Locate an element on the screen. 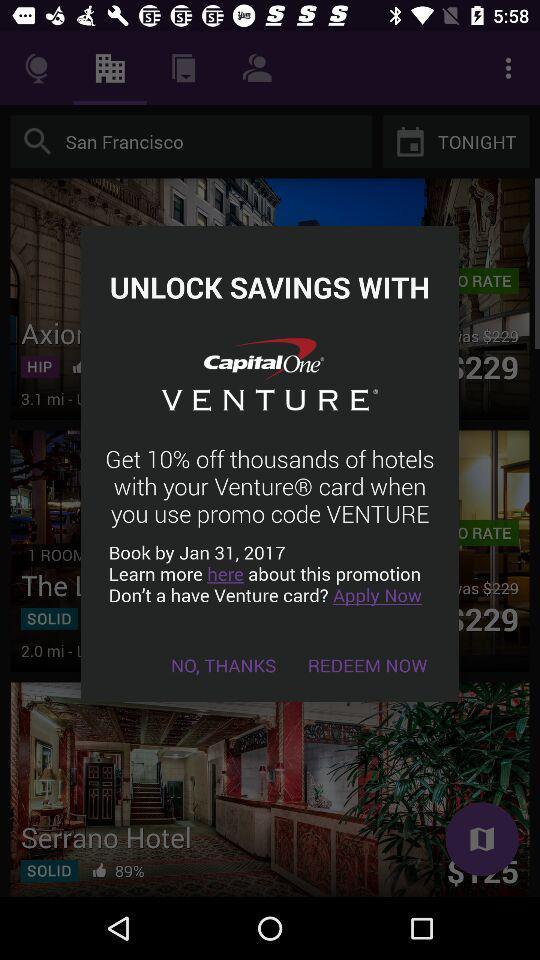 This screenshot has width=540, height=960. the text solid is located at coordinates (49, 618).